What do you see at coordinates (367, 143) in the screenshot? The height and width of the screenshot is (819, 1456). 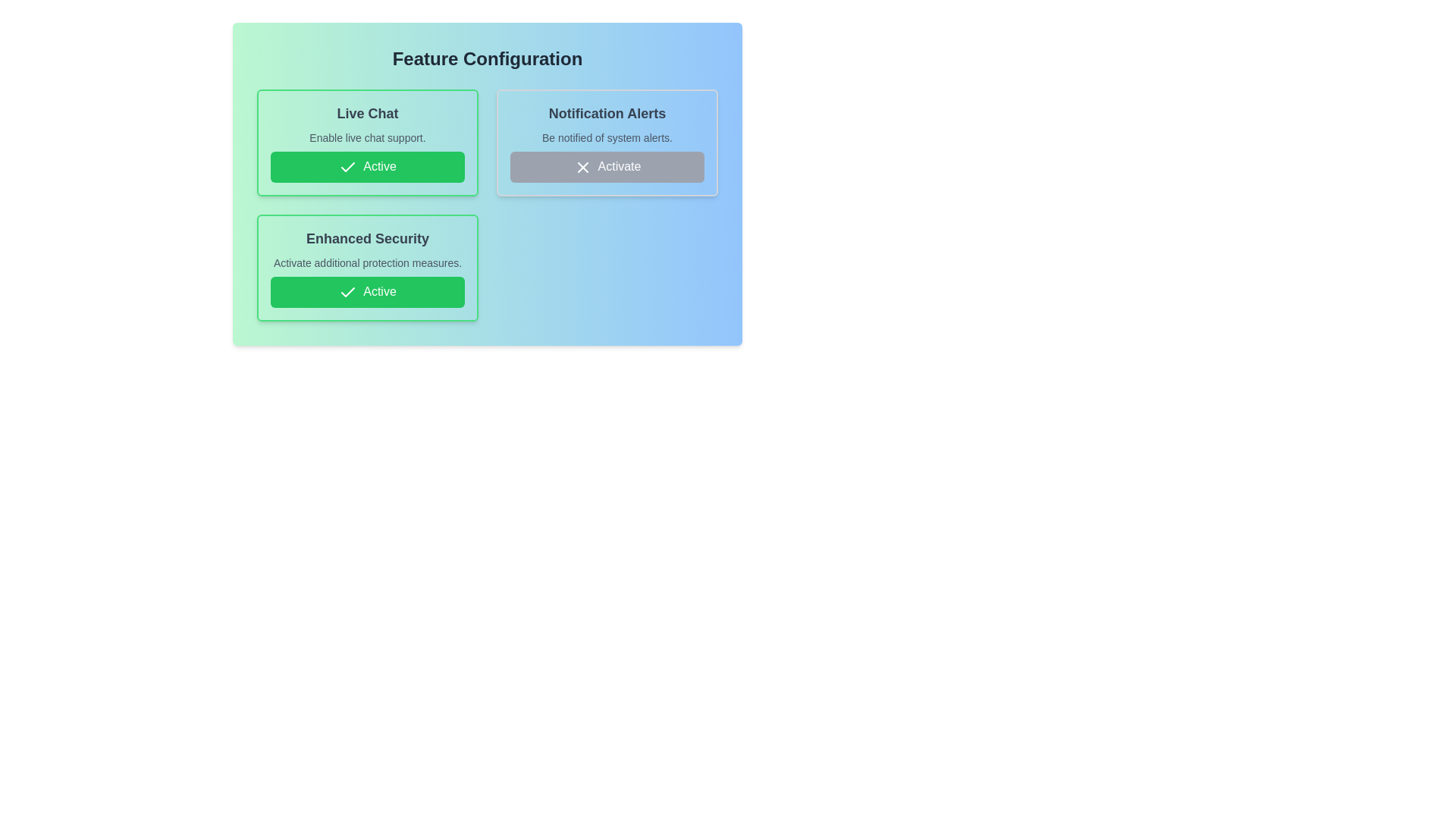 I see `the feature item Live Chat to observe the hover effect` at bounding box center [367, 143].